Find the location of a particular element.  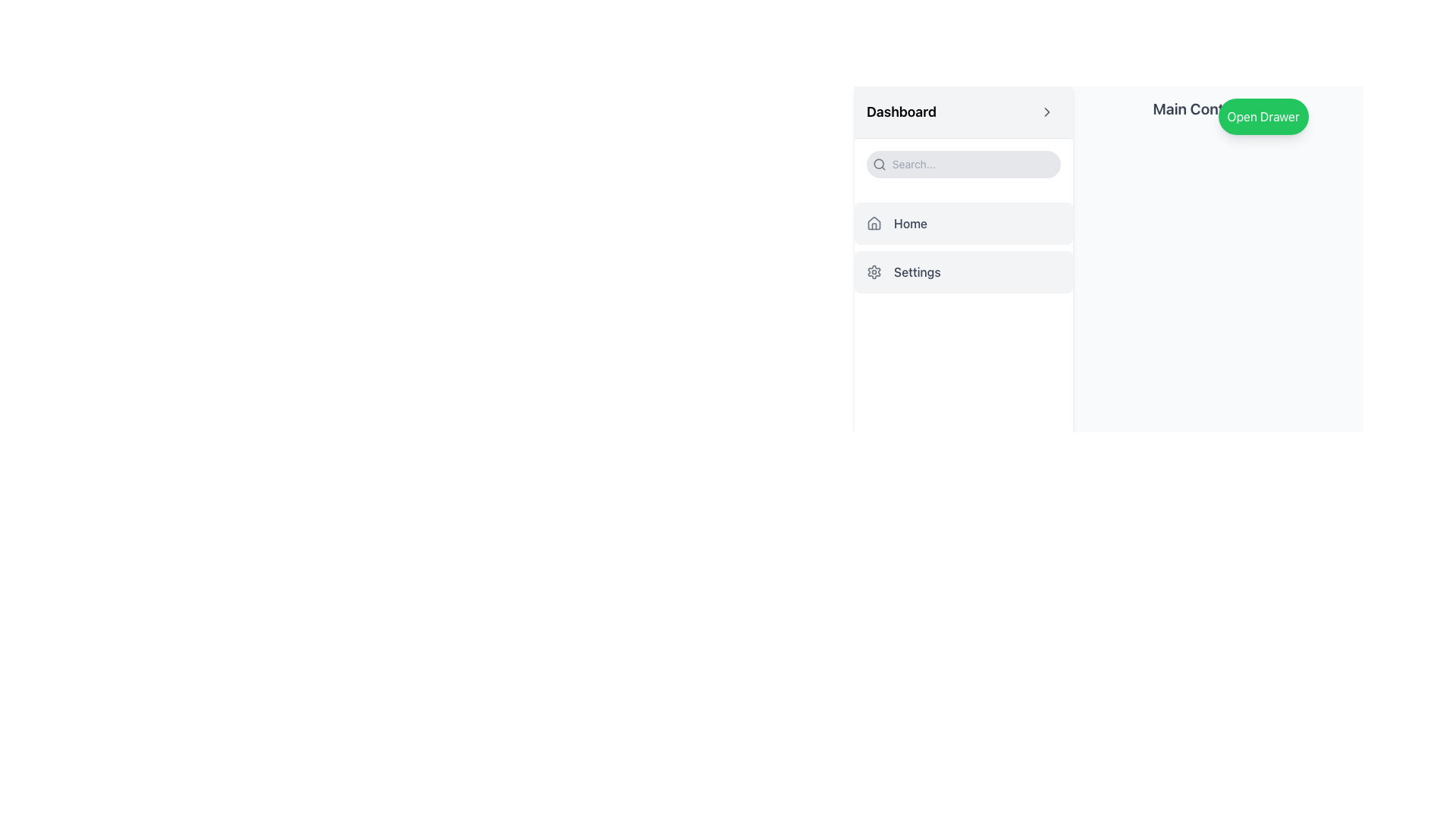

the graphical icon shaped like a house roof, which is located above the 'Home' text in the vertical menu layout is located at coordinates (874, 222).